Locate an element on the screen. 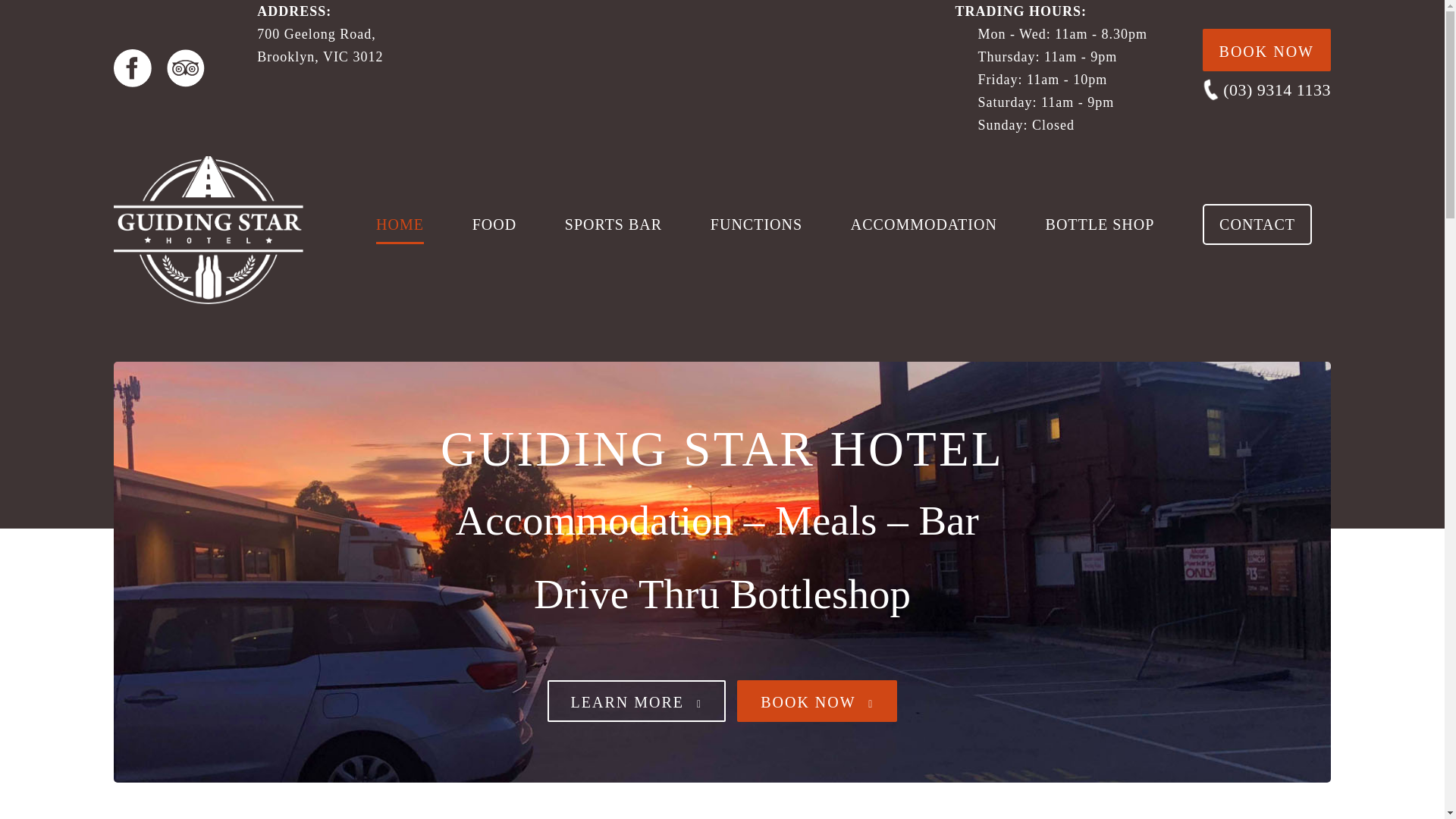 This screenshot has width=1456, height=819. 'LEARN MORE' is located at coordinates (637, 701).